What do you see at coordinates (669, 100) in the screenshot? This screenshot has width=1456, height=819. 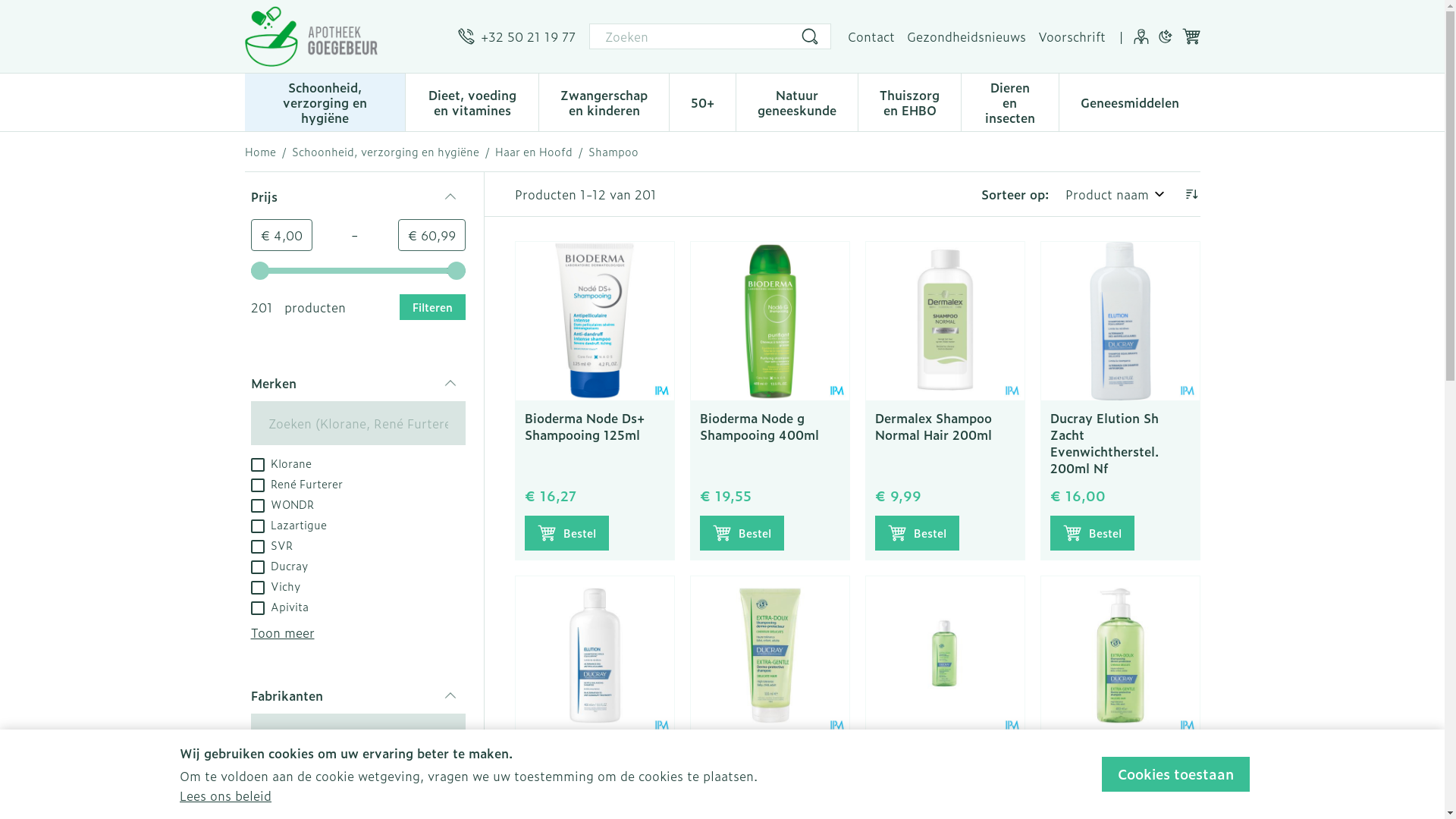 I see `'50+'` at bounding box center [669, 100].